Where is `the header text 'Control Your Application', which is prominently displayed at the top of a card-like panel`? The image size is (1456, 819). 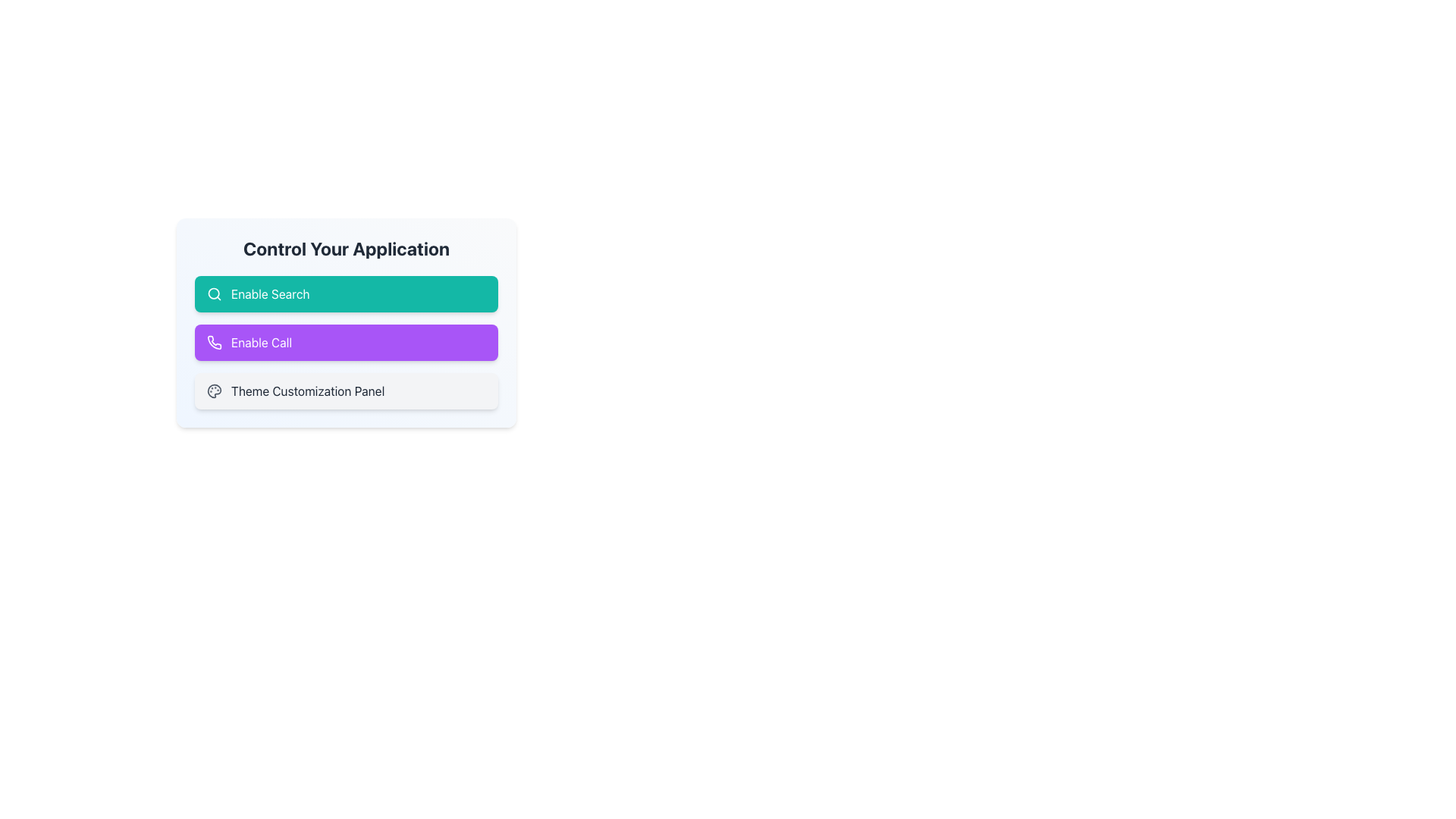 the header text 'Control Your Application', which is prominently displayed at the top of a card-like panel is located at coordinates (345, 247).